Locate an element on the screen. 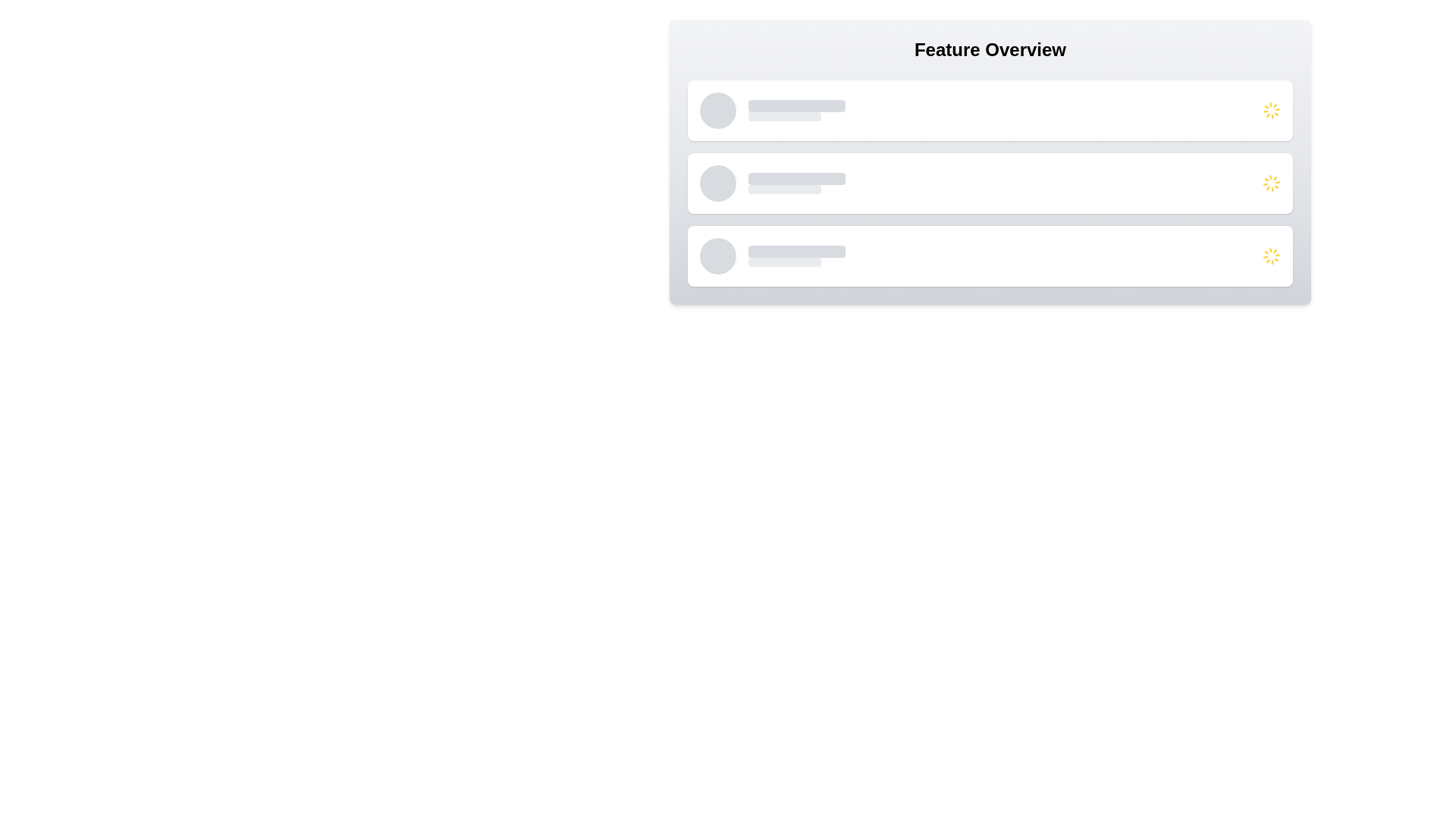 The width and height of the screenshot is (1456, 819). the loading animation of the icon positioned at the far right of the third row, aligning horizontally with the two yellow circular icons in the first and second rows is located at coordinates (1271, 256).